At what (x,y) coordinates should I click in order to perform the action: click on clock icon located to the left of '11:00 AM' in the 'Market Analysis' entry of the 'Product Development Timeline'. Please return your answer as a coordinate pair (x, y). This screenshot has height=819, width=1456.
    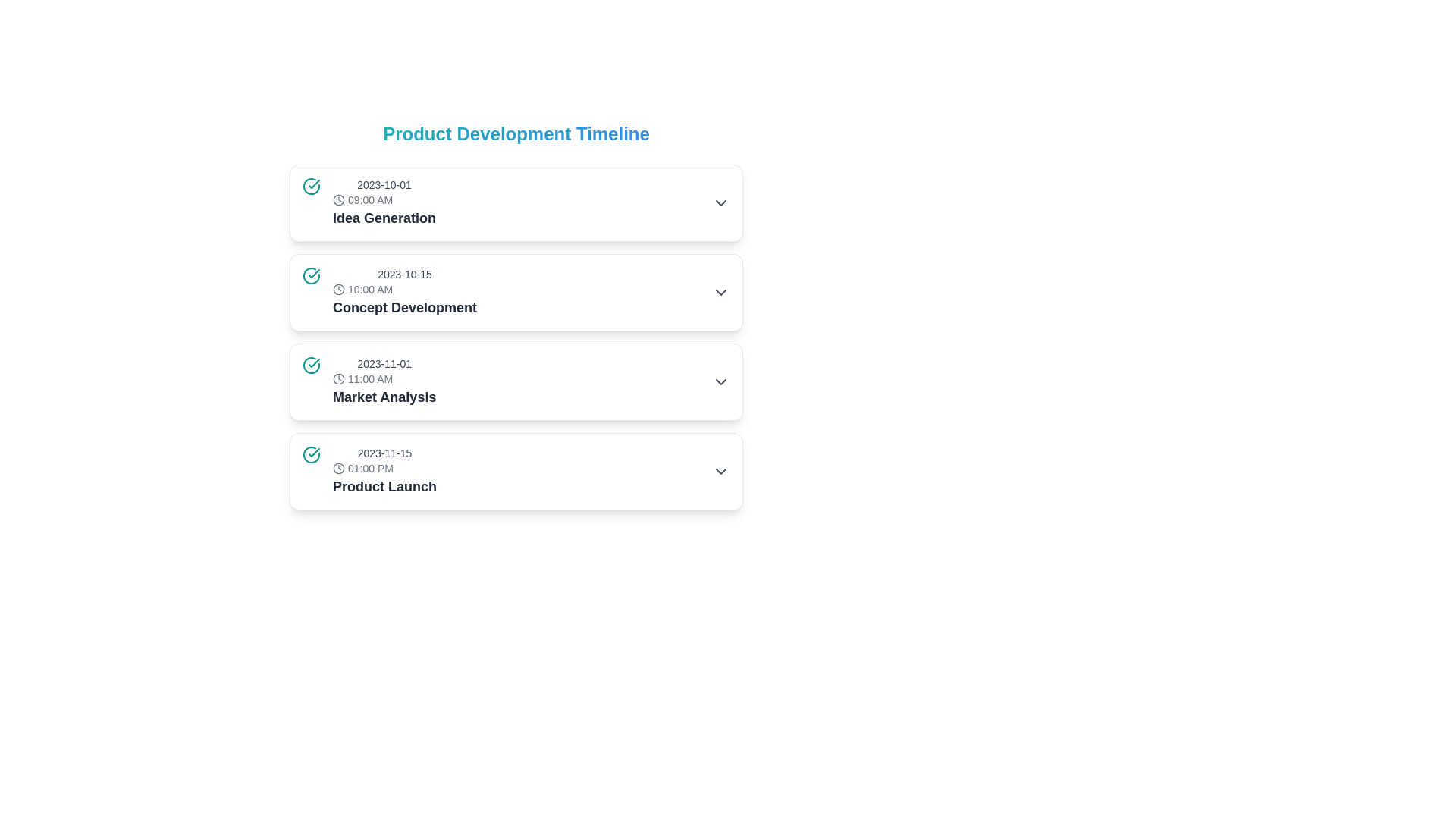
    Looking at the image, I should click on (337, 378).